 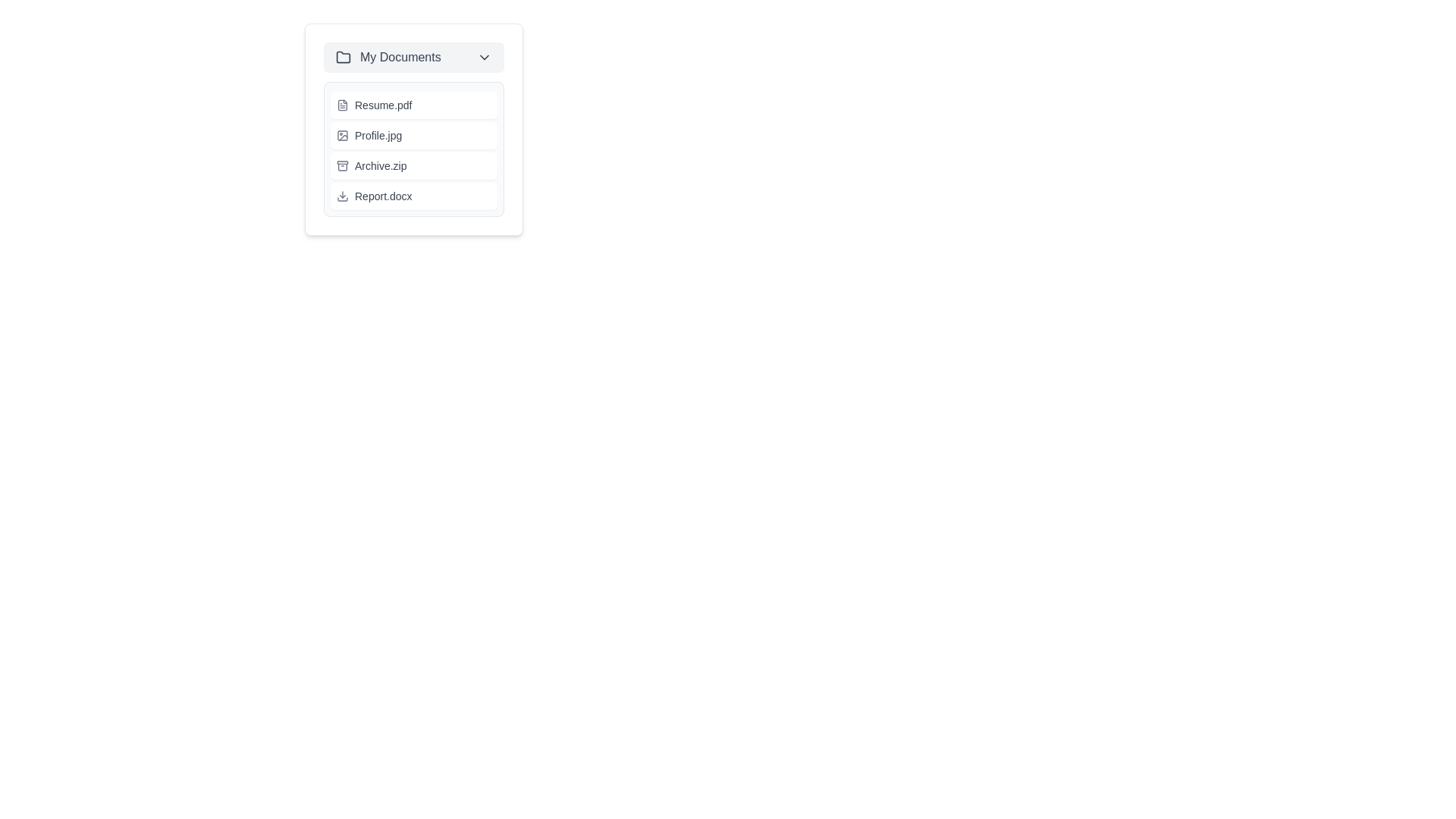 What do you see at coordinates (341, 195) in the screenshot?
I see `the small gray download icon associated with the 'Report.docx' entry` at bounding box center [341, 195].